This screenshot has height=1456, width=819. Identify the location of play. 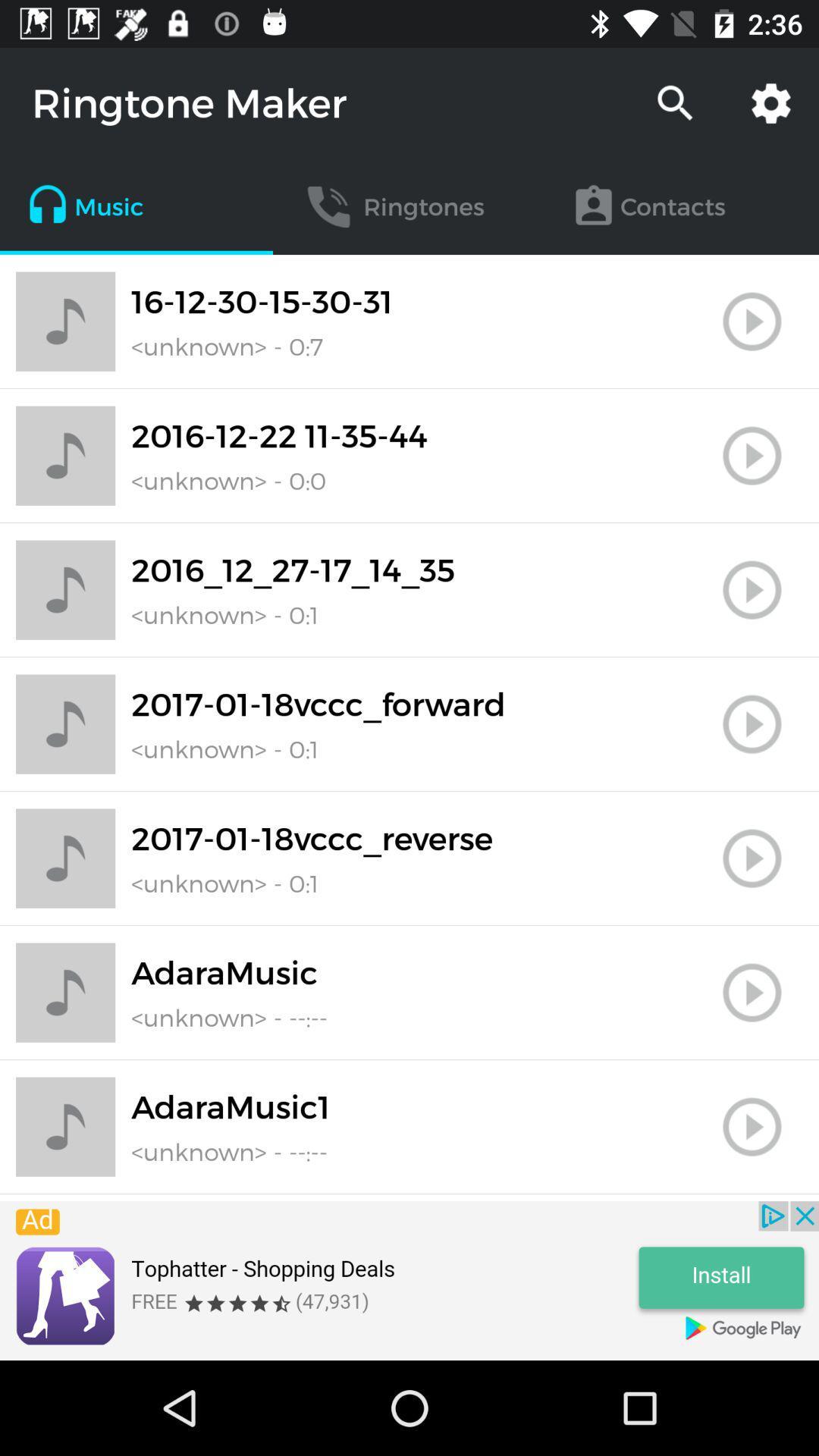
(752, 1127).